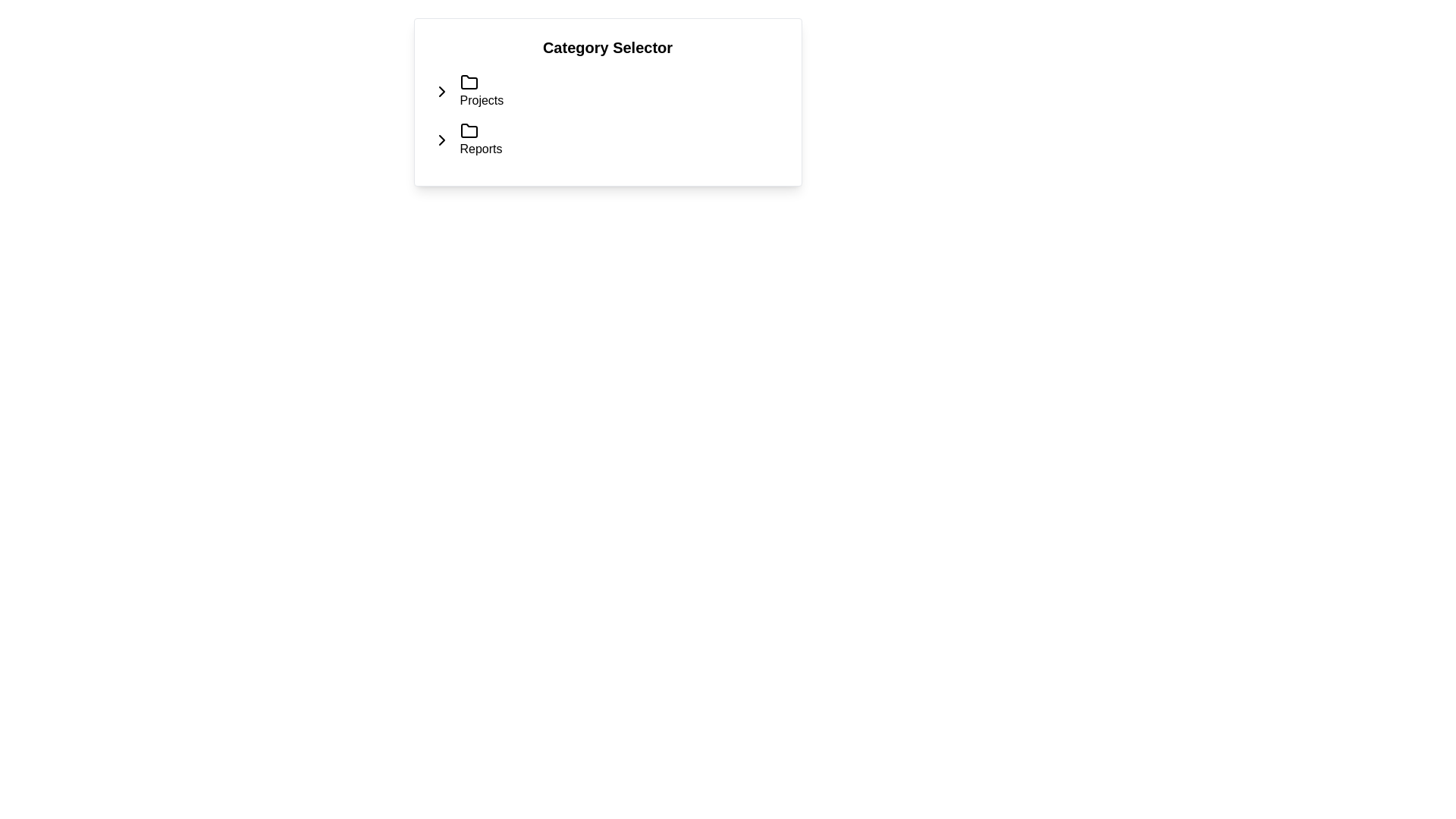 The image size is (1456, 819). I want to click on the chevron button located to the left of the 'Reports' text, so click(441, 140).